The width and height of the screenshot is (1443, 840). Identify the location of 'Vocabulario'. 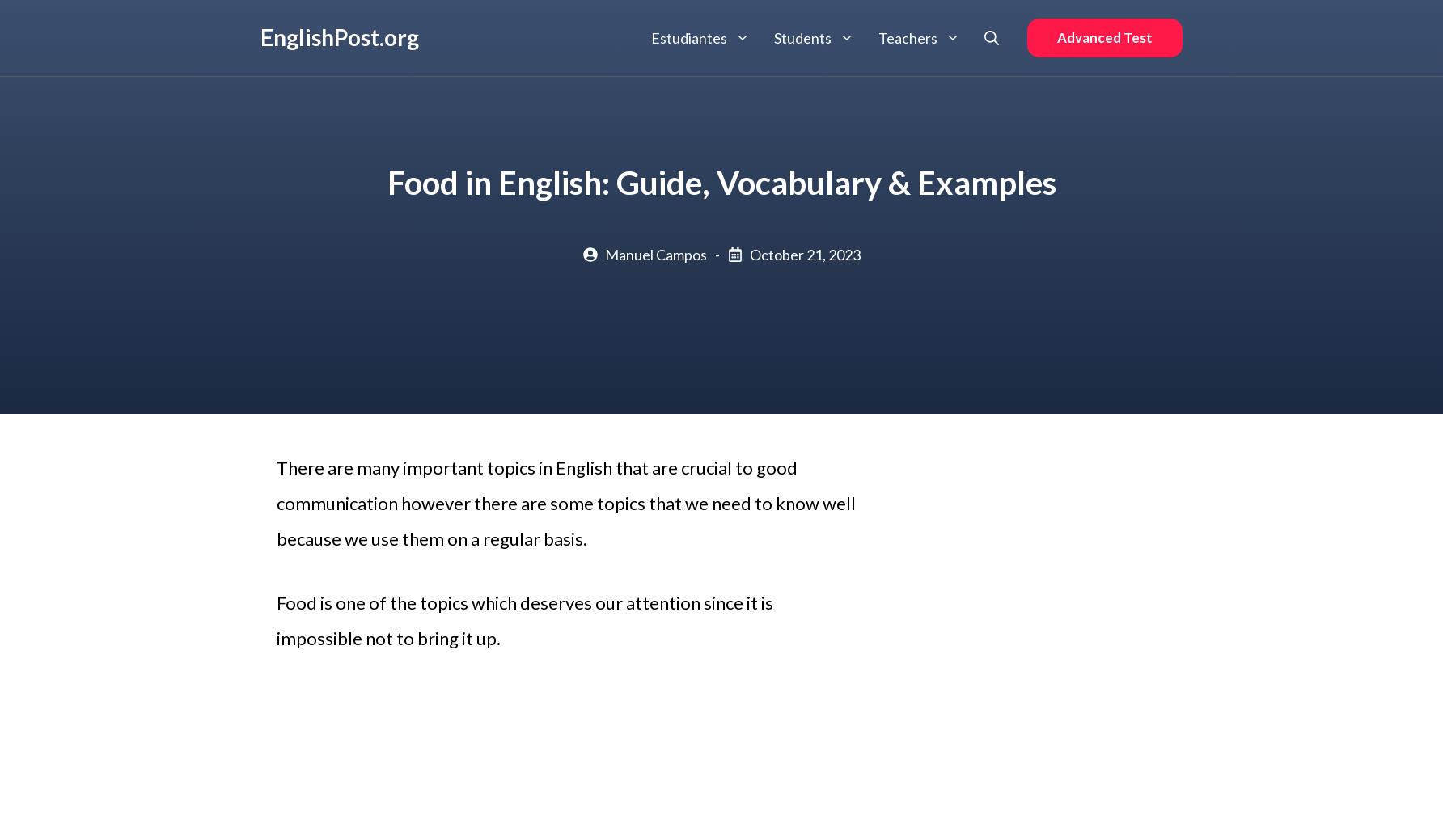
(705, 369).